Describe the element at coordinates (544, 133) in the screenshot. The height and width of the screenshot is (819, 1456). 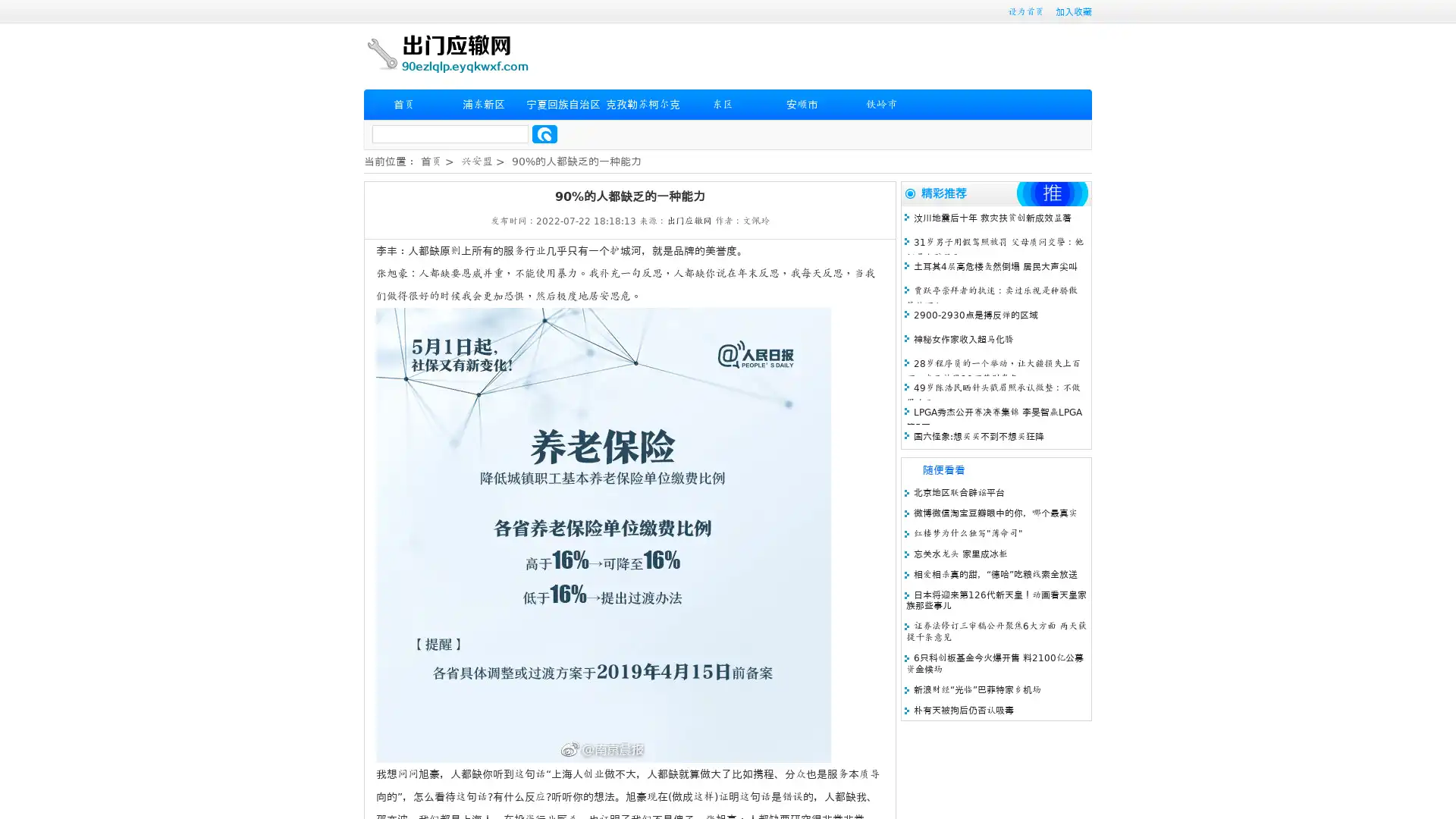
I see `Search` at that location.